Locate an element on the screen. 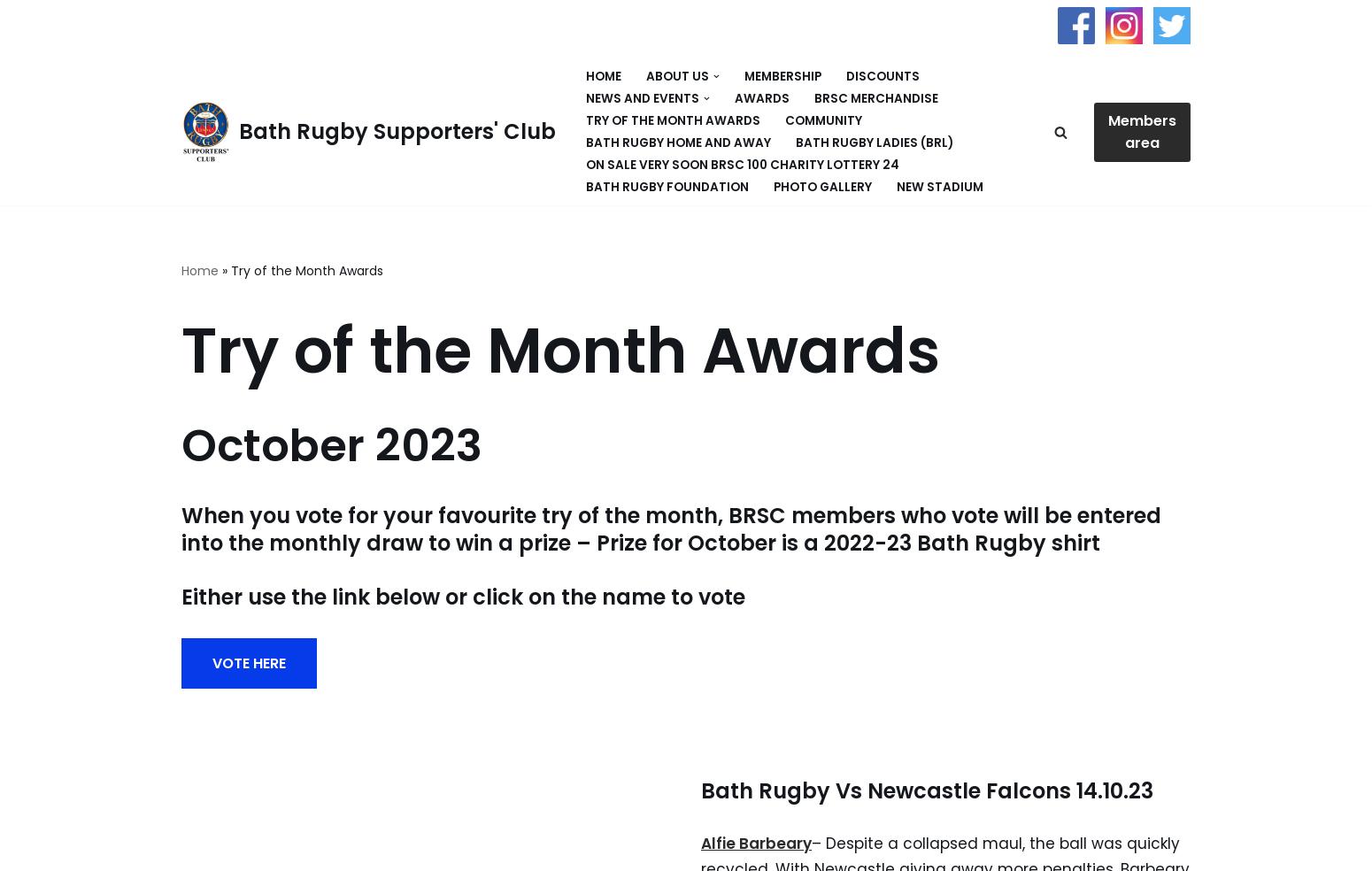 The height and width of the screenshot is (871, 1372). 'ON SALE VERY SOON                BRSC 100 Charity Lottery 24' is located at coordinates (742, 165).